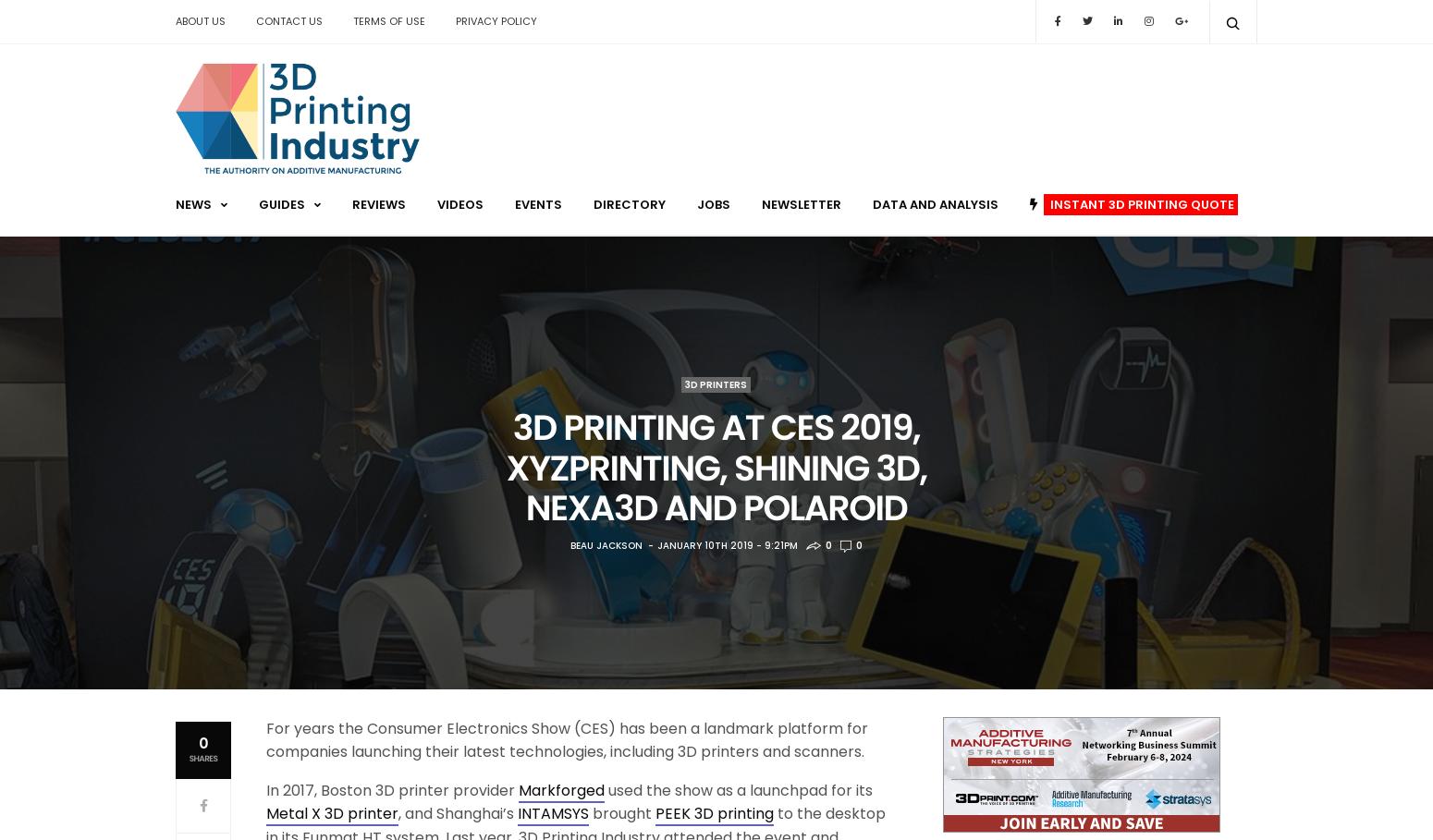 This screenshot has height=840, width=1433. What do you see at coordinates (538, 202) in the screenshot?
I see `'Events'` at bounding box center [538, 202].